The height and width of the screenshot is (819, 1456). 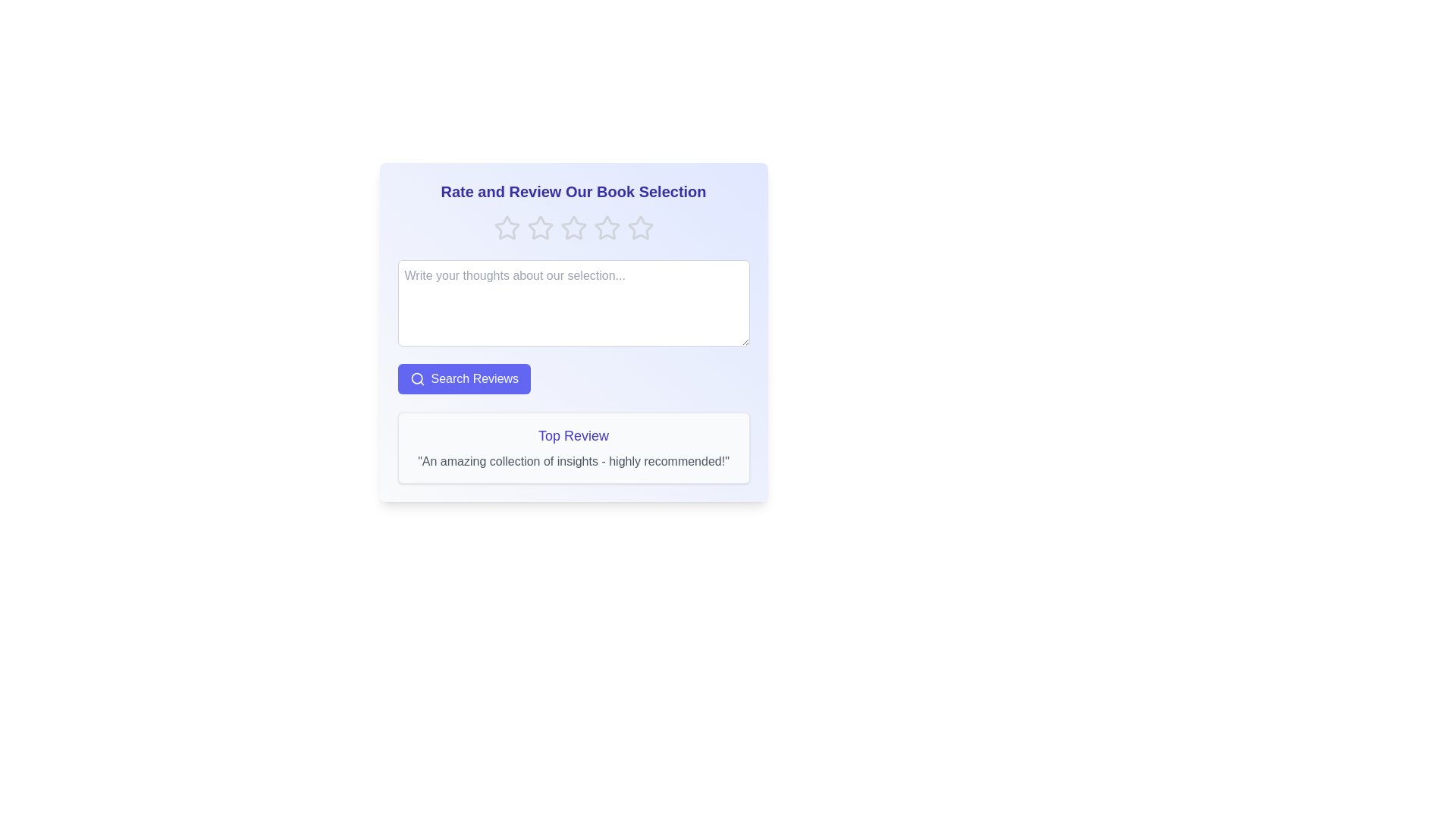 What do you see at coordinates (640, 227) in the screenshot?
I see `the star corresponding to 5 to preview the rating` at bounding box center [640, 227].